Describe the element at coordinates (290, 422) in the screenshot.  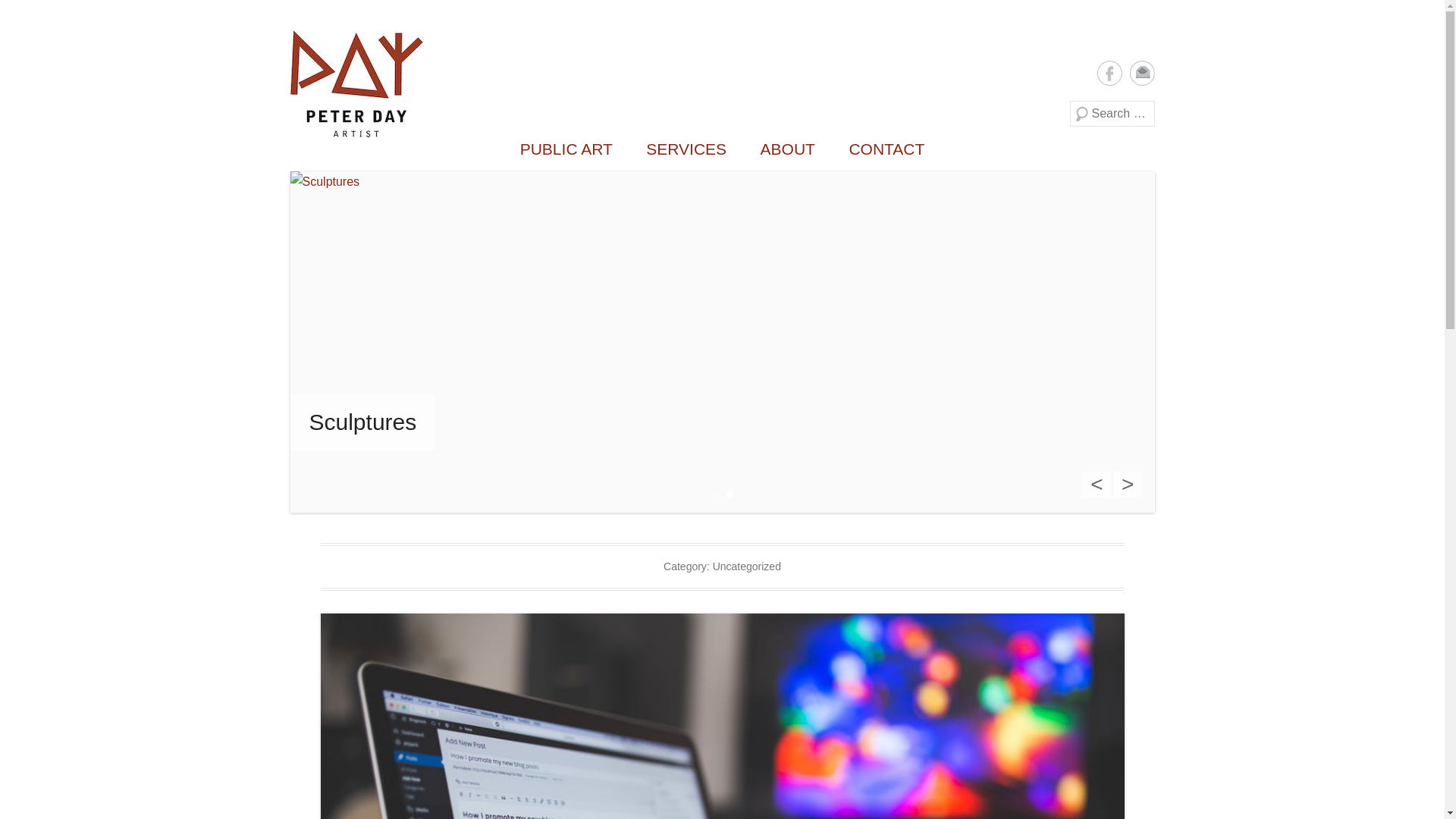
I see `'Sculptures'` at that location.